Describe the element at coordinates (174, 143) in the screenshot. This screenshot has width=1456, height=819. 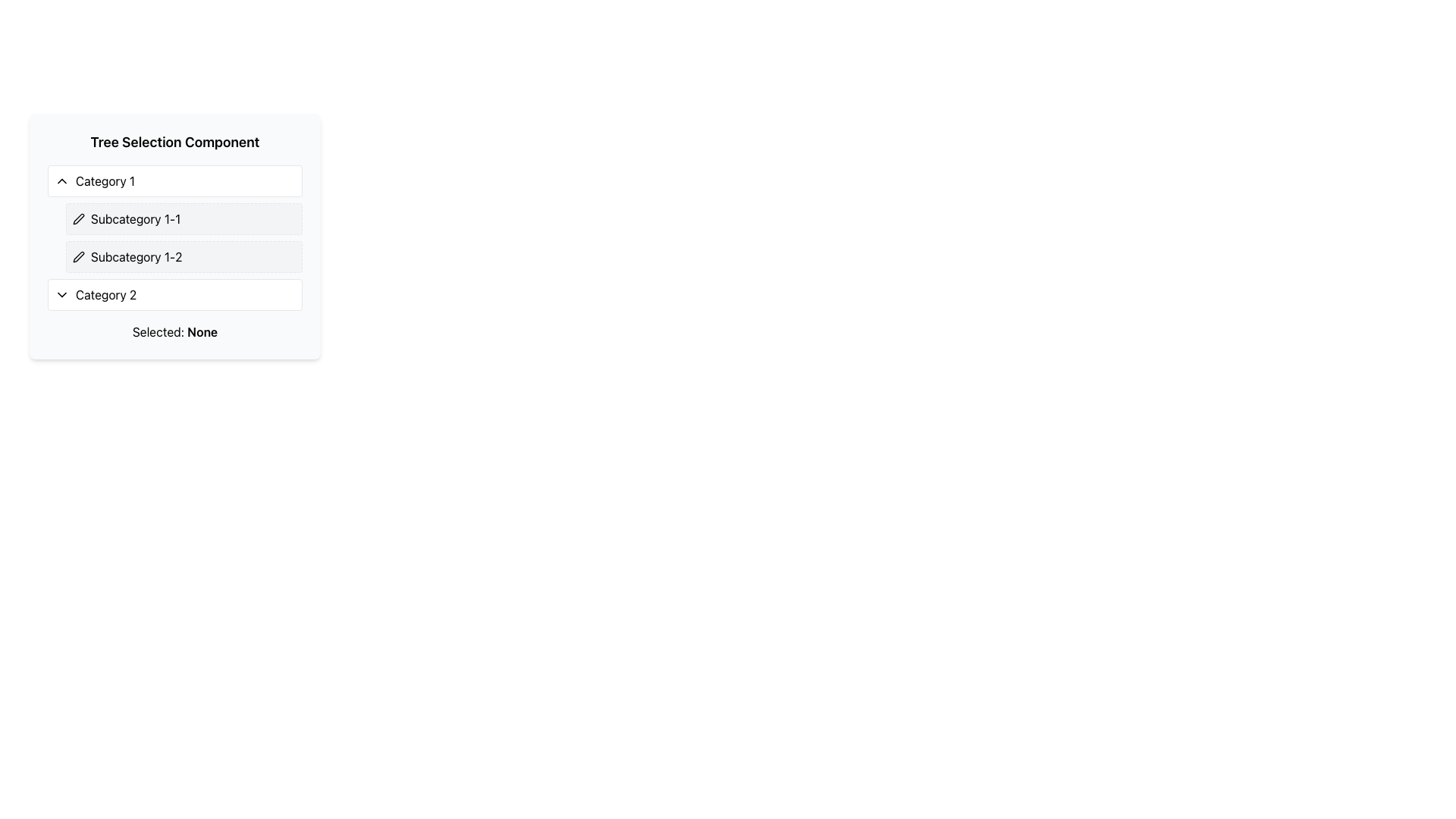
I see `the Text Header that serves as the title for the tree selection component, indicating its functionality` at that location.